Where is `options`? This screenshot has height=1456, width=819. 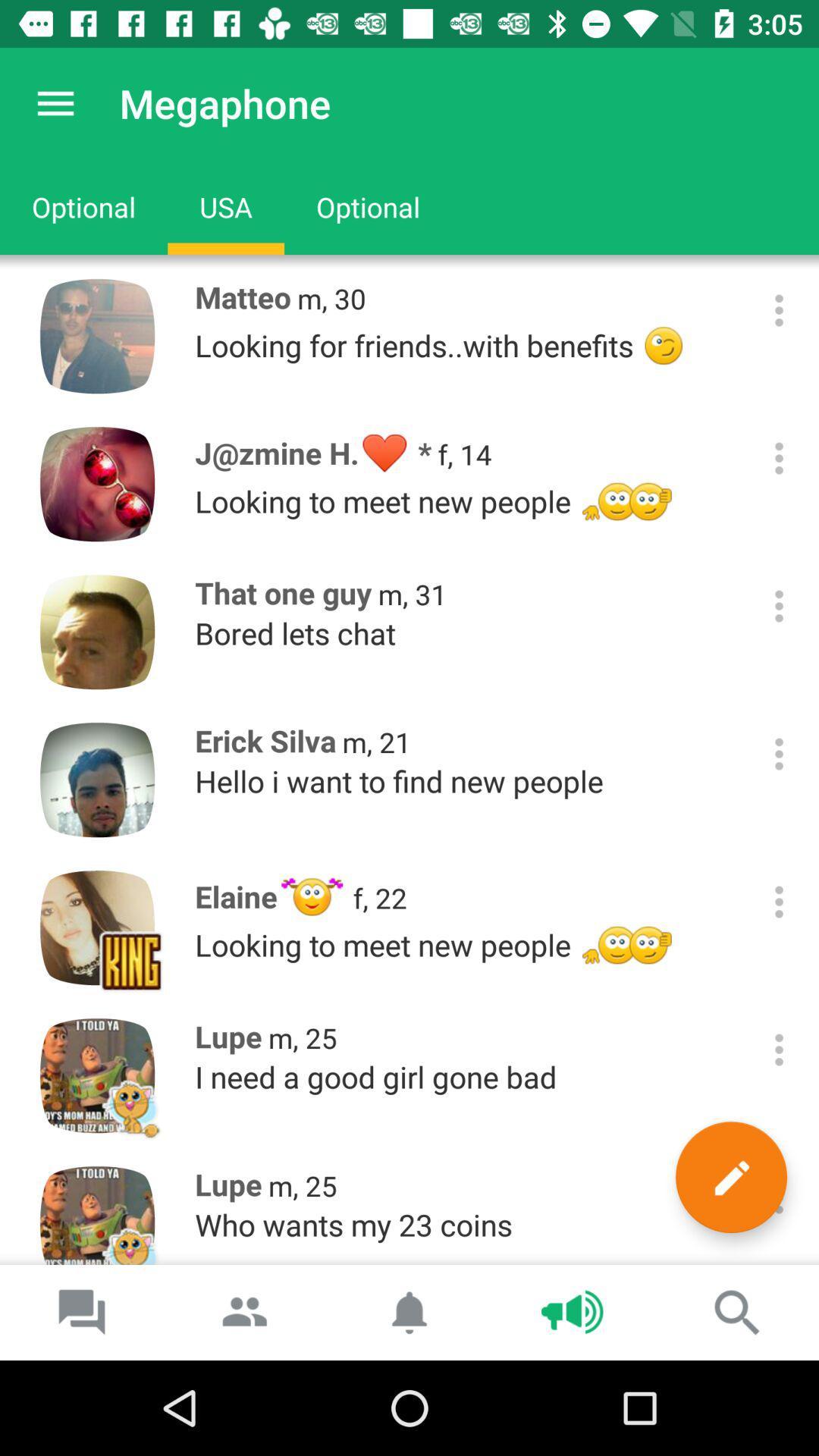
options is located at coordinates (779, 309).